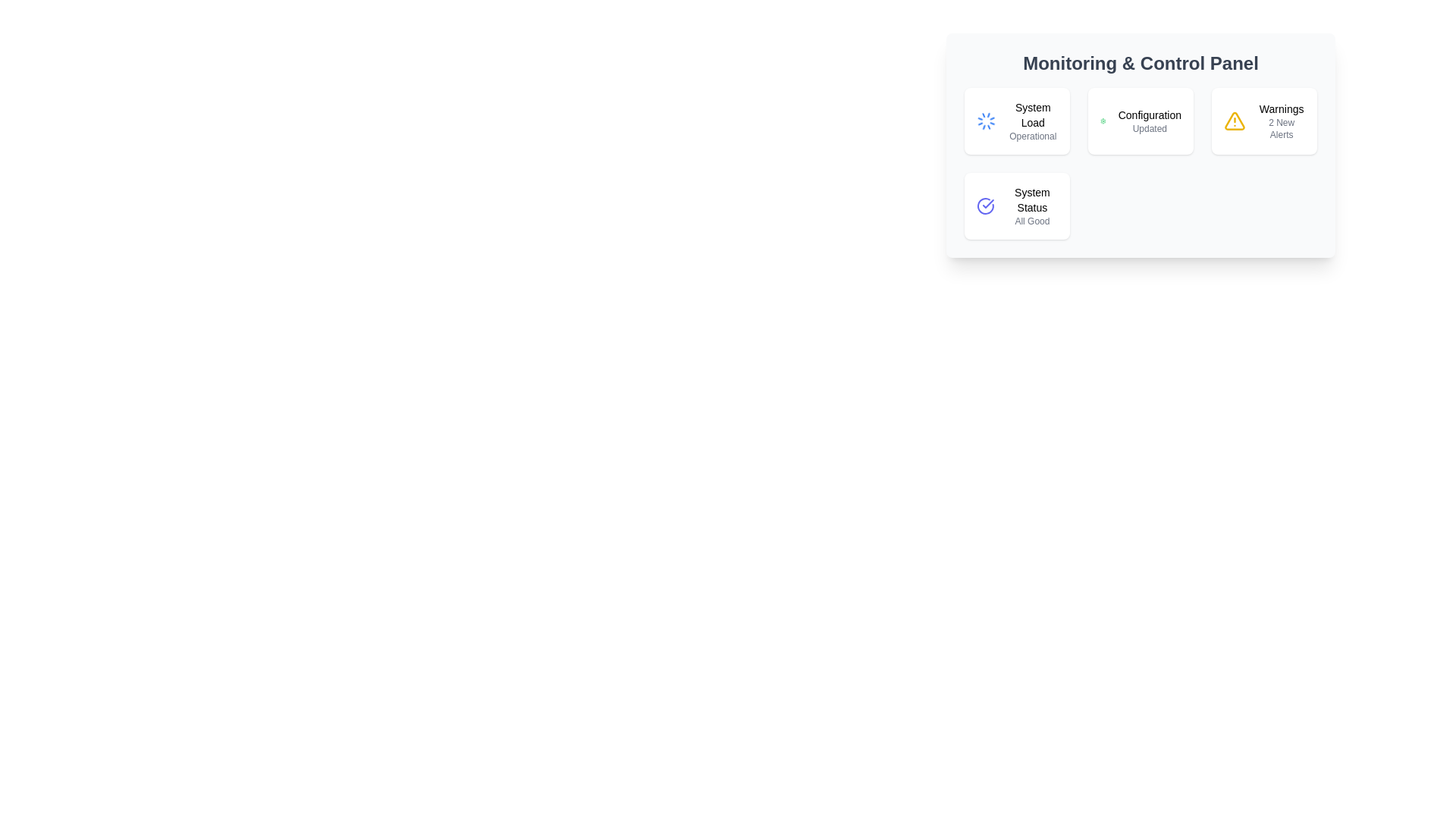 This screenshot has width=1456, height=819. What do you see at coordinates (1141, 120) in the screenshot?
I see `the 'Configuration' informational card that indicates its status as 'Updated', located centrally in the second row of the grid layout` at bounding box center [1141, 120].